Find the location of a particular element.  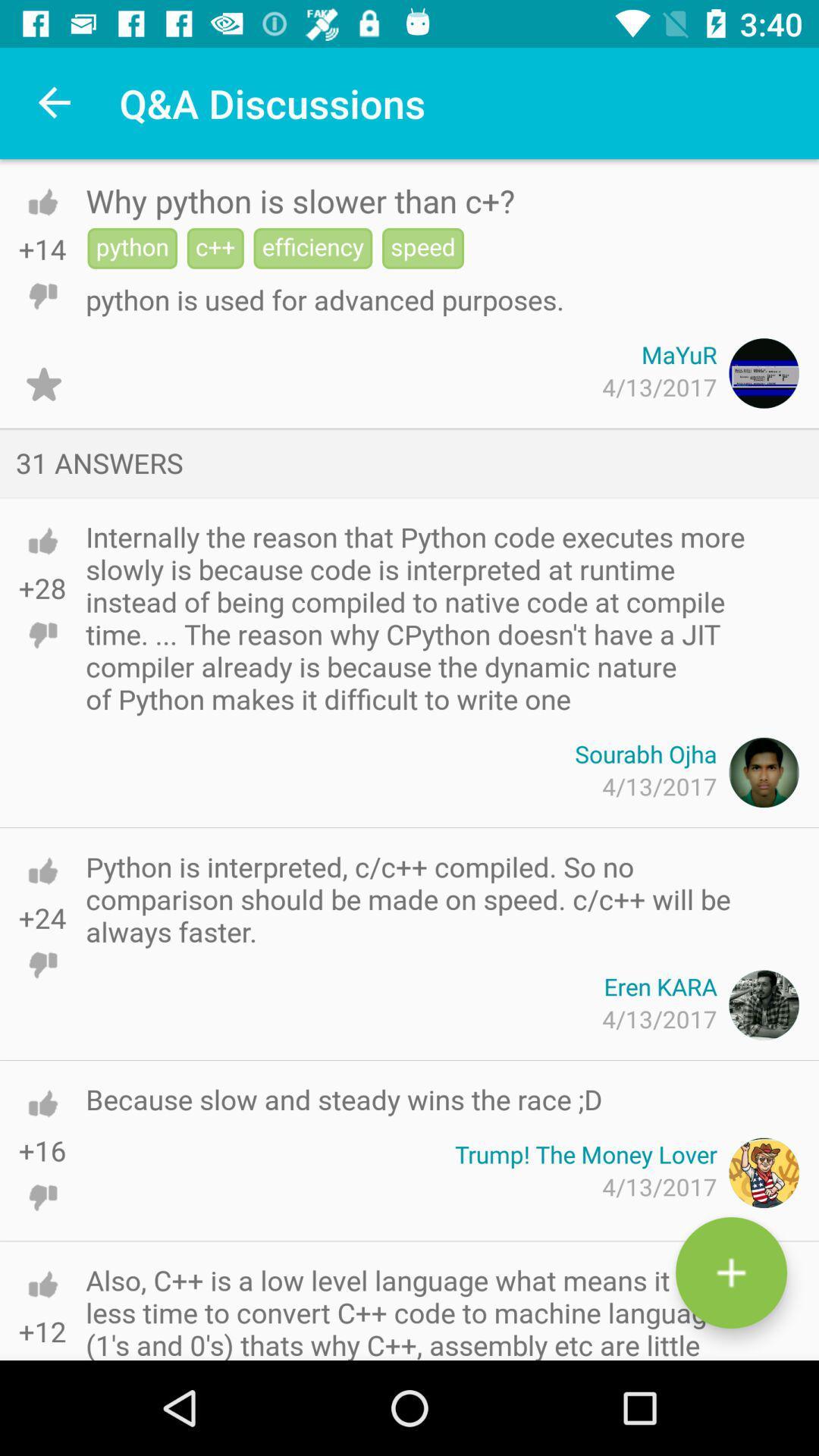

the icon below 4/13/2017 icon is located at coordinates (344, 1099).